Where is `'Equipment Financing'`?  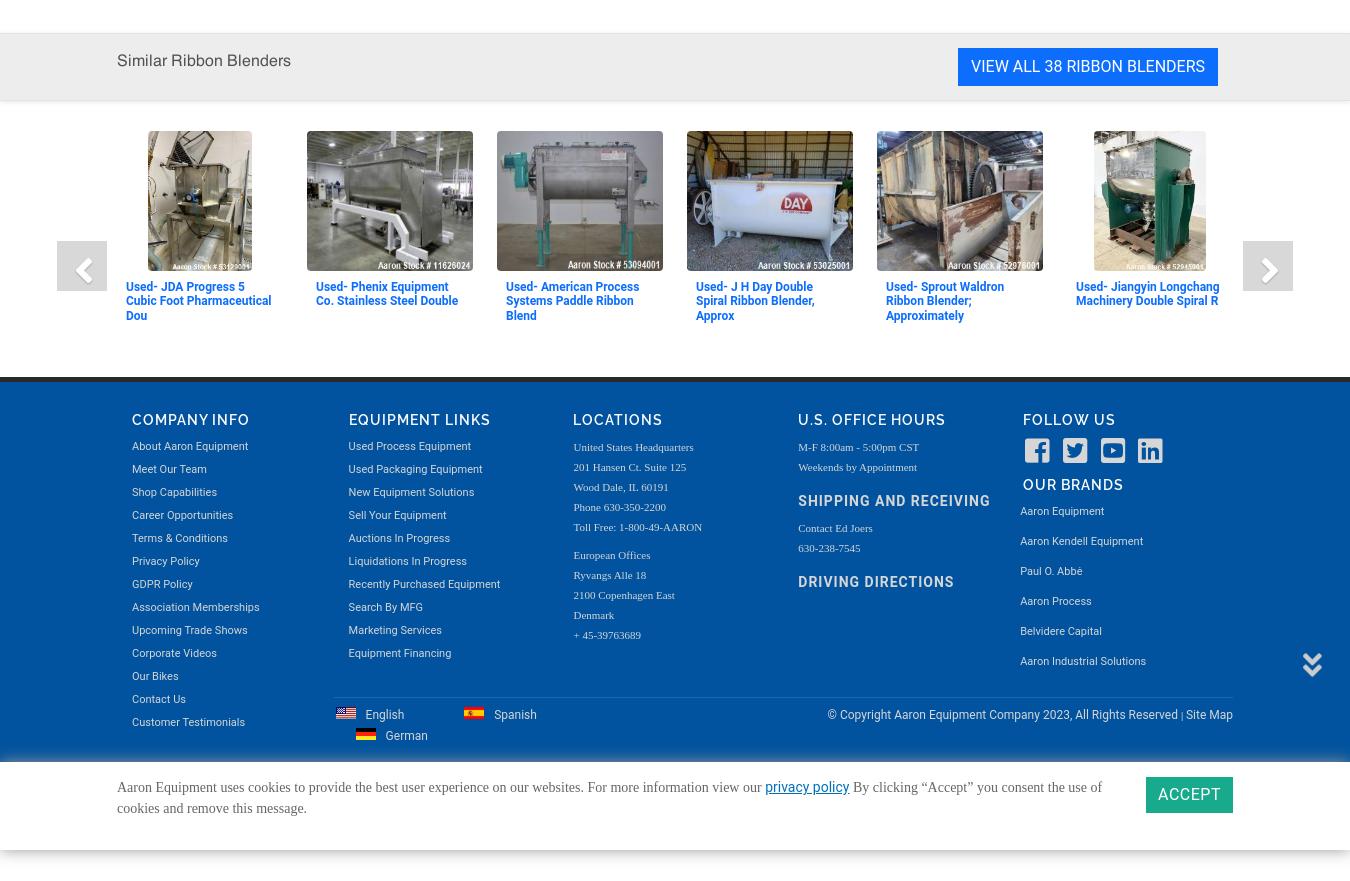 'Equipment Financing' is located at coordinates (399, 40).